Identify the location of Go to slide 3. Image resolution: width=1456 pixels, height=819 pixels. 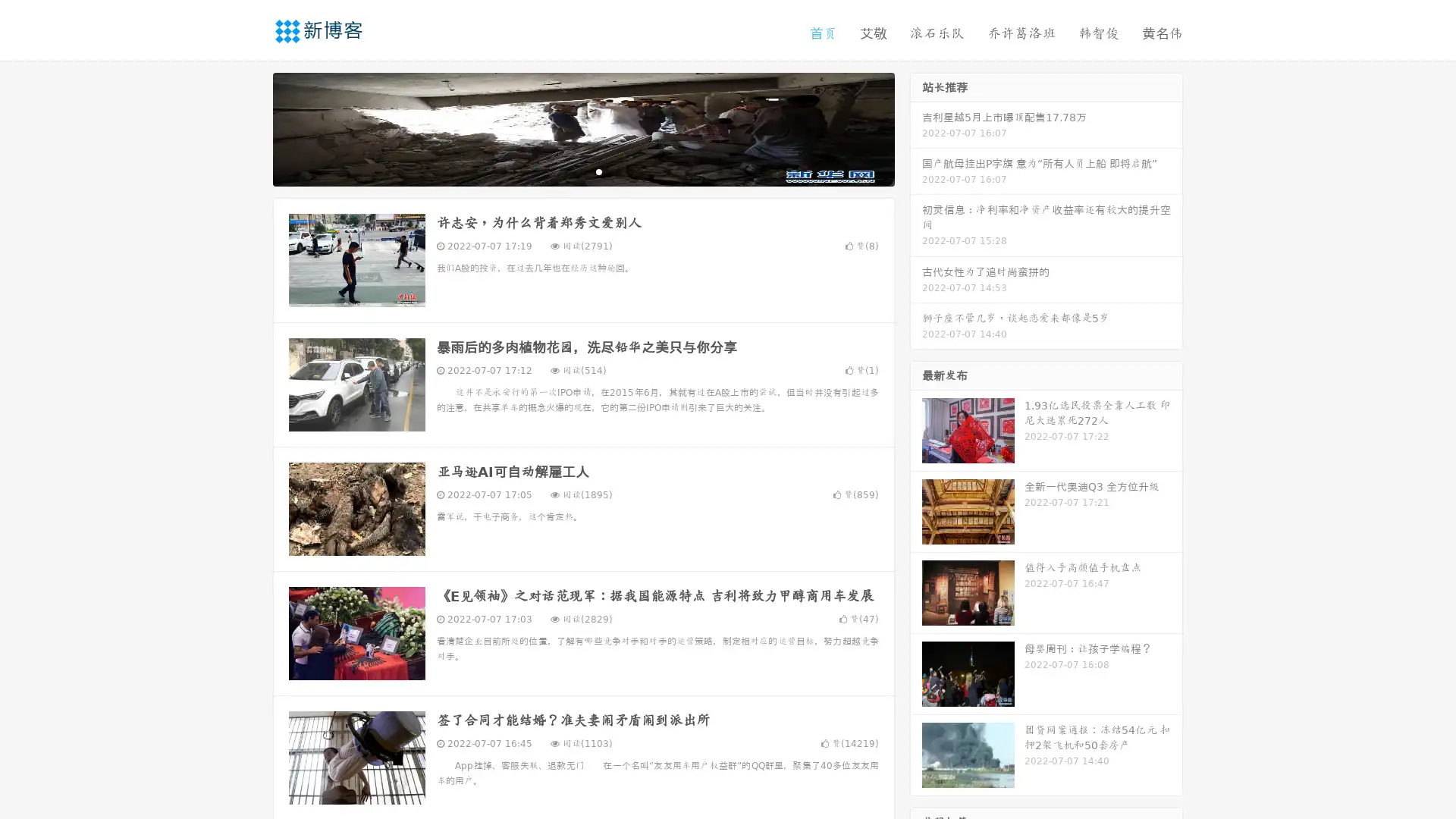
(598, 171).